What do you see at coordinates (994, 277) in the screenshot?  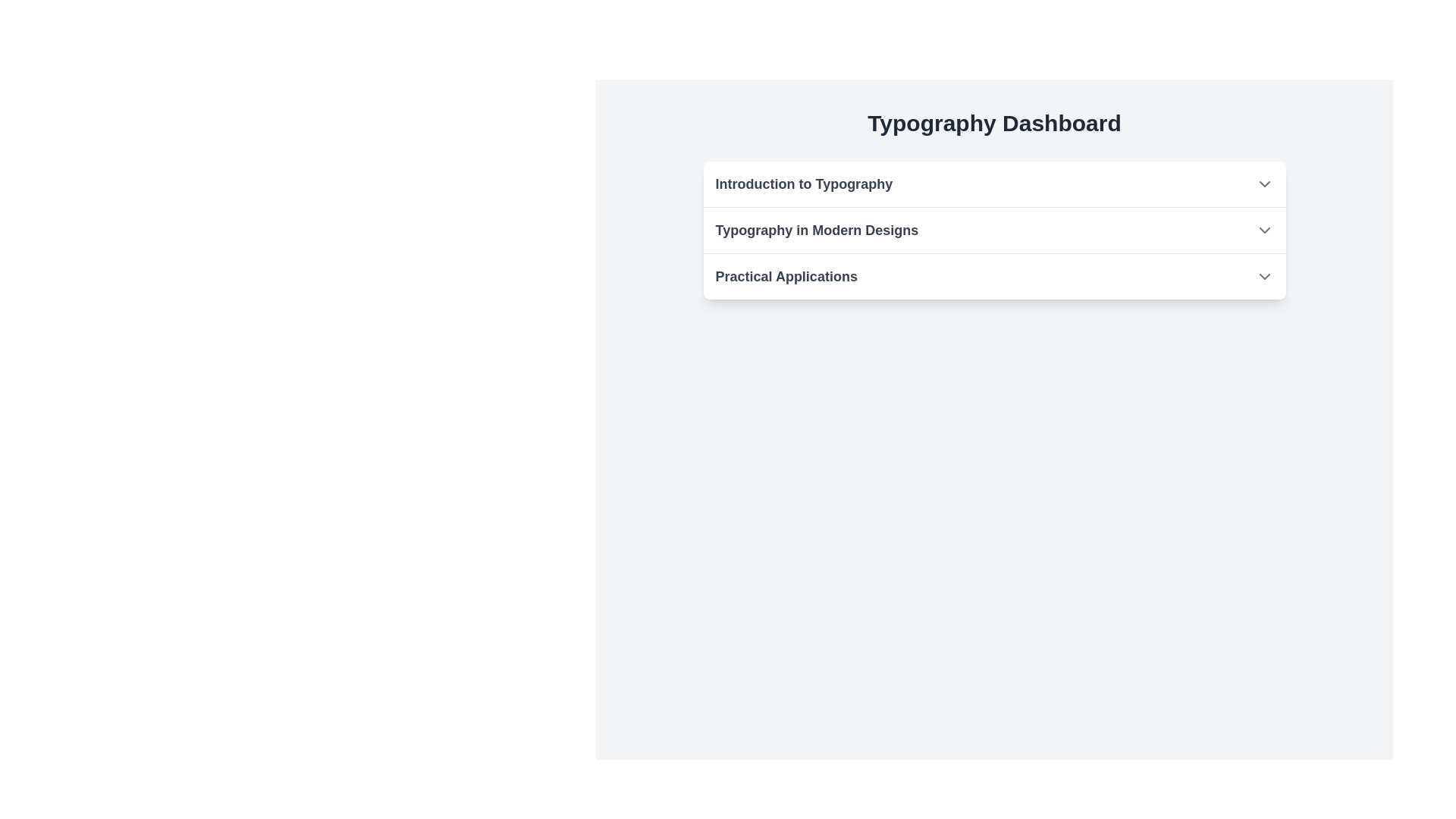 I see `the collapsible list item row located` at bounding box center [994, 277].